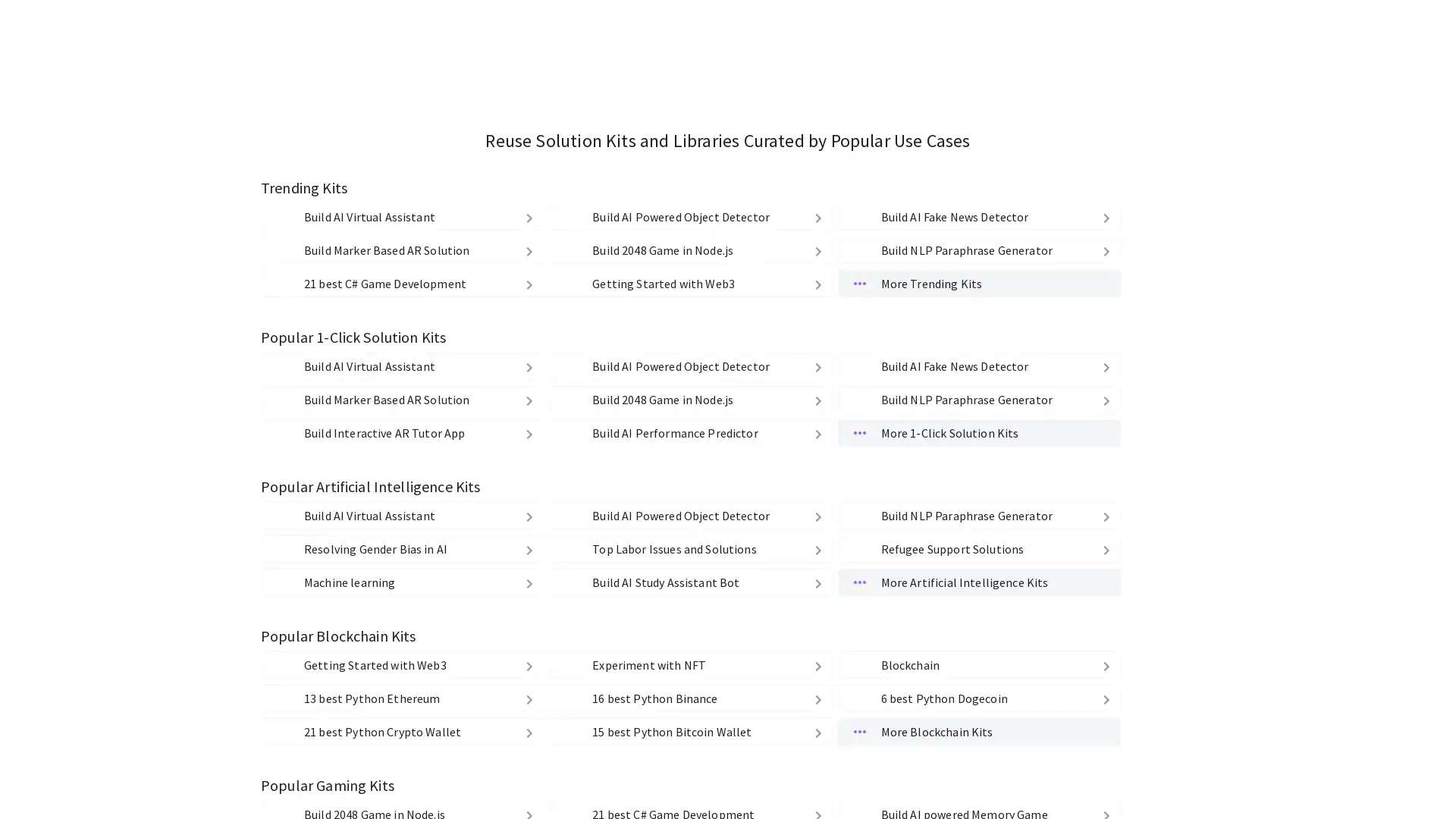 This screenshot has width=1456, height=819. I want to click on delete, so click(1106, 748).